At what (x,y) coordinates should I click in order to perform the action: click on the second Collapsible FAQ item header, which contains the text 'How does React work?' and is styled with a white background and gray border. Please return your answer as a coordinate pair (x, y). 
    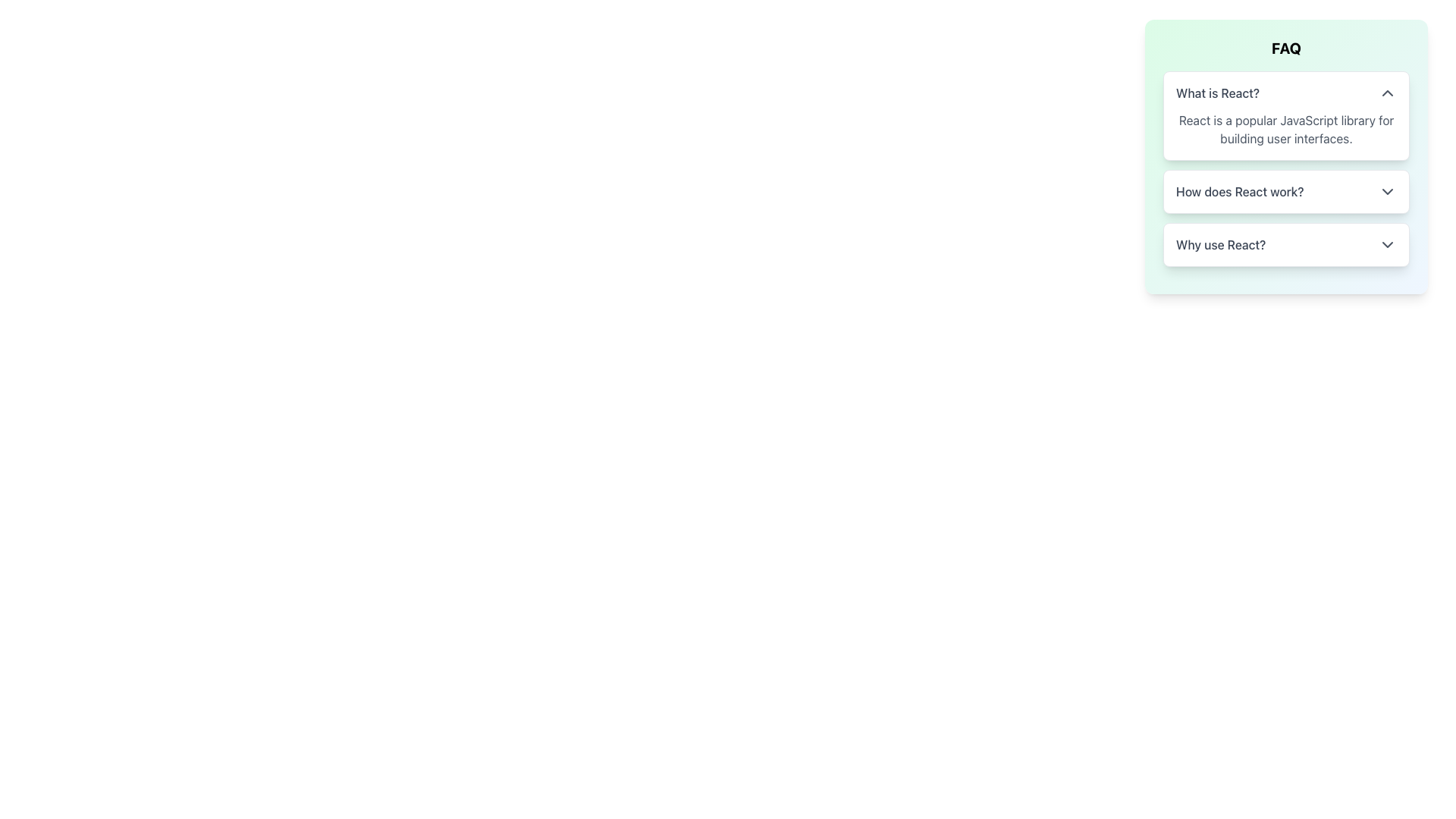
    Looking at the image, I should click on (1285, 191).